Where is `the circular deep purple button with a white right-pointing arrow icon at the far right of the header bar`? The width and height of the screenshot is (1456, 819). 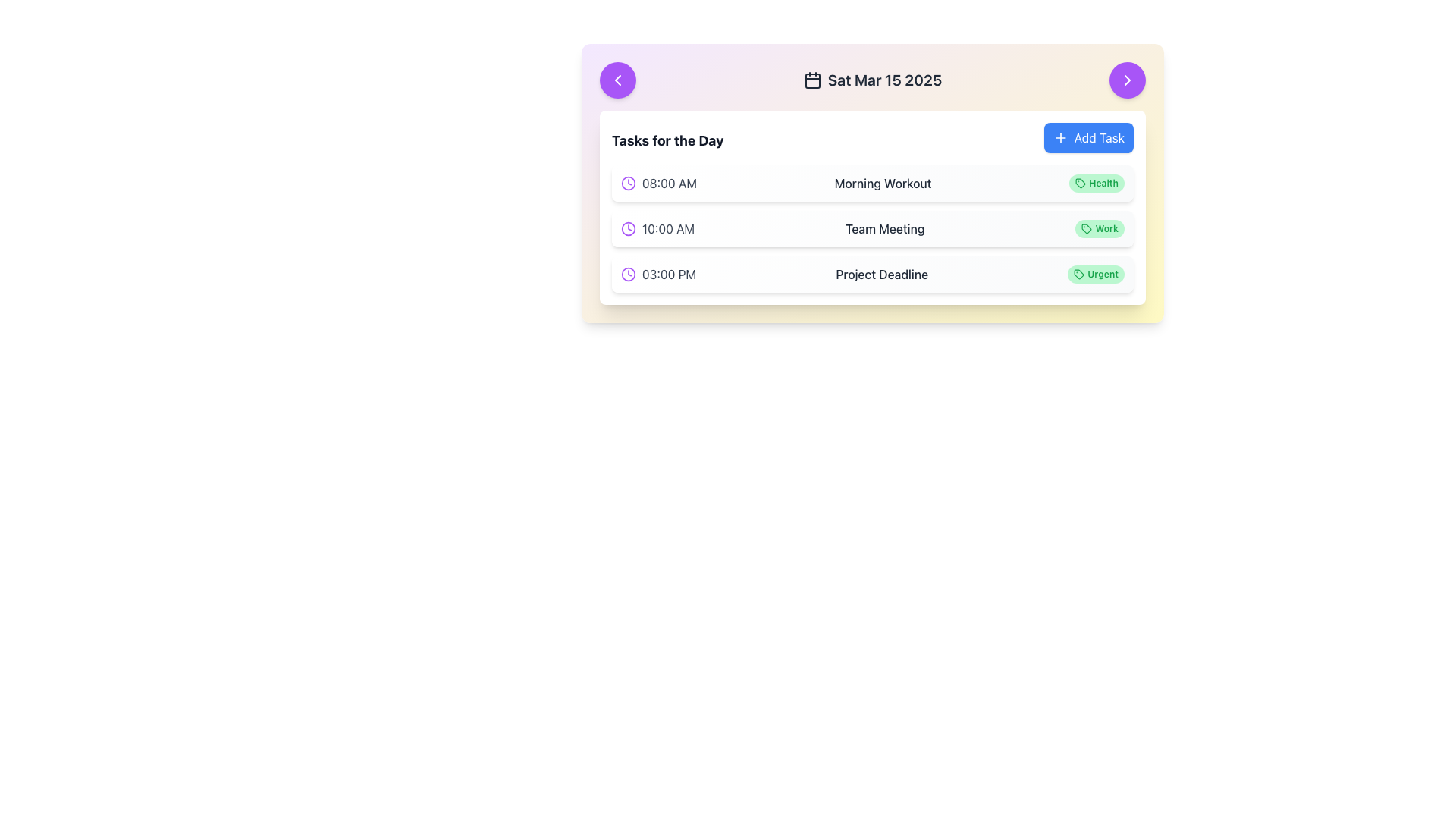 the circular deep purple button with a white right-pointing arrow icon at the far right of the header bar is located at coordinates (1128, 80).